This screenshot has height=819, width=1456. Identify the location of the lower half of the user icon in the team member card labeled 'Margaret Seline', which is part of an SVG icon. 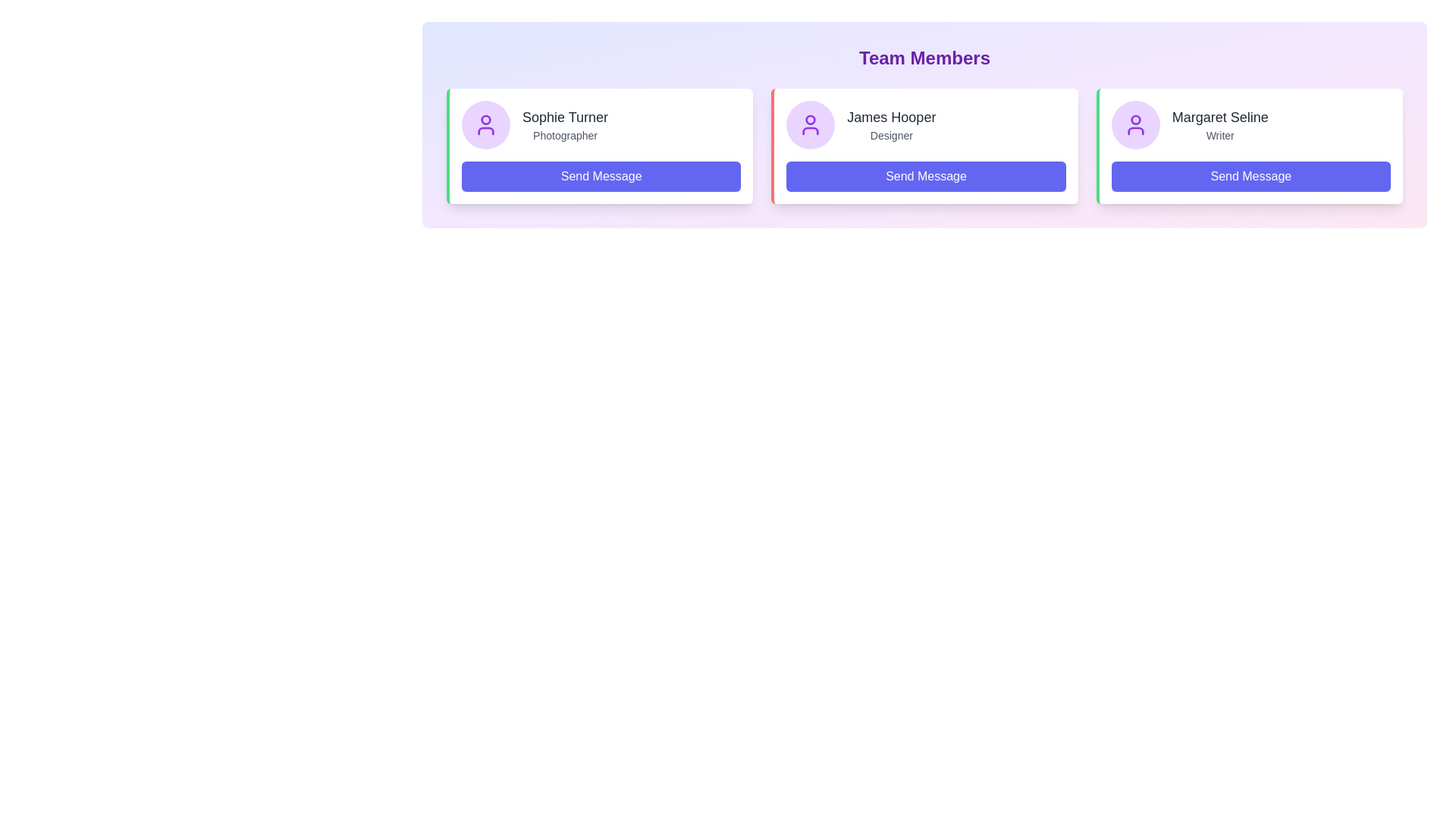
(1135, 130).